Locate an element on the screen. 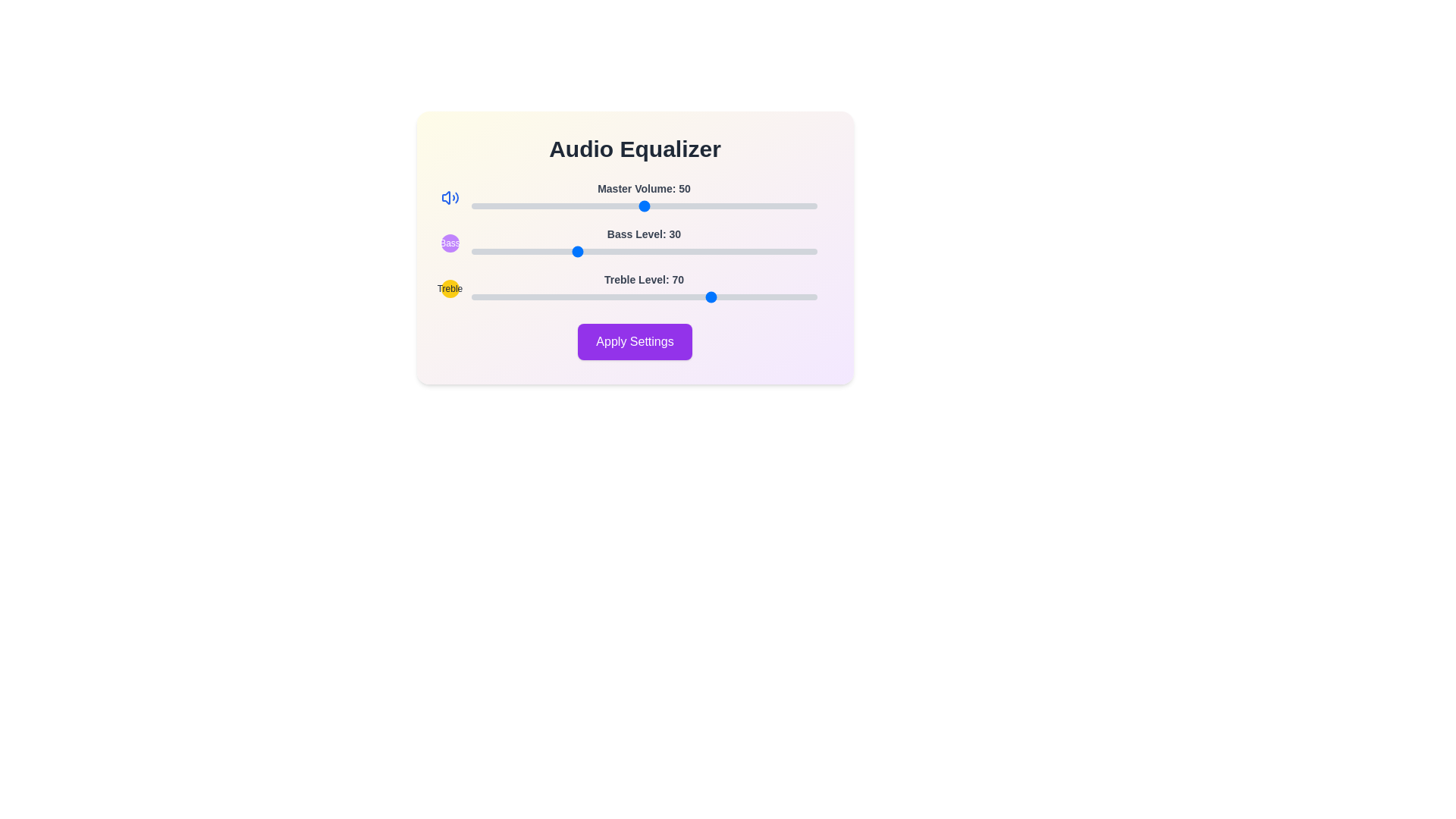  Treble Level is located at coordinates (799, 297).